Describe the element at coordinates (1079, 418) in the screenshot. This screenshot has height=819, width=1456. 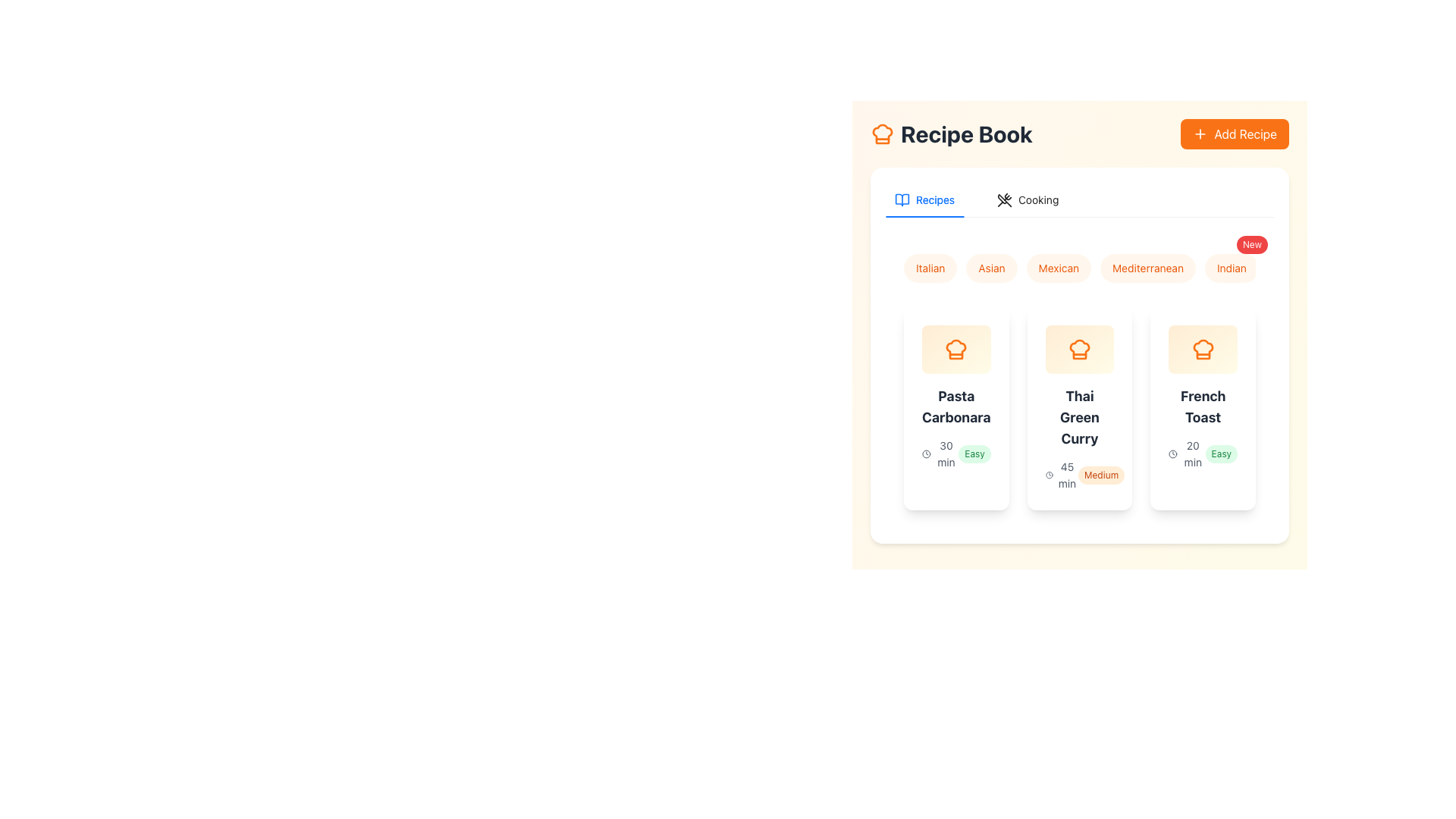
I see `text label 'Thai Green Curry', which is a bold title displayed in a large font size and dark gray color, located centrally within a card below a chef's hat icon` at that location.